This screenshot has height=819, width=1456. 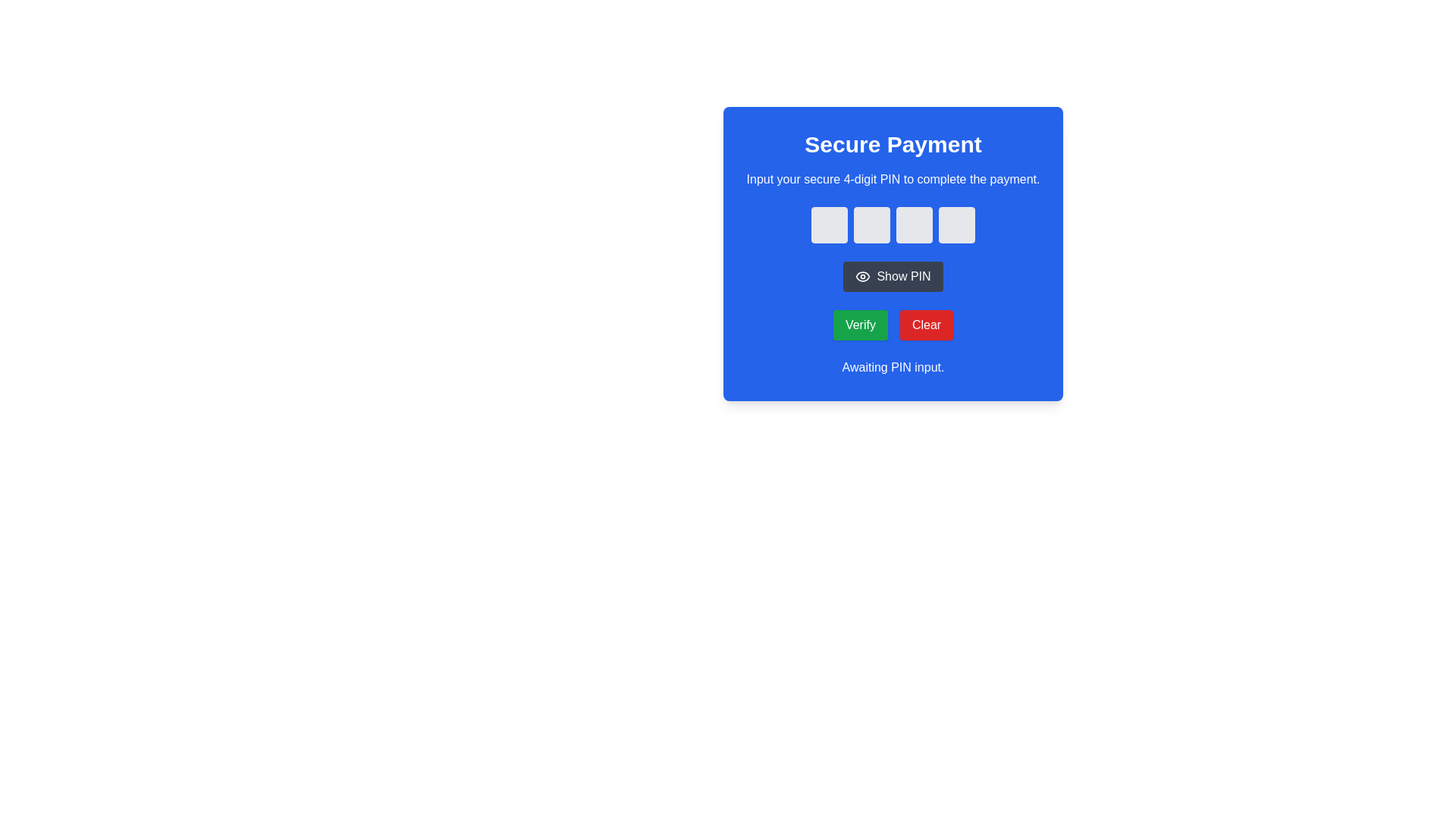 I want to click on the eye icon located to the left of the 'Show PIN' text within the PIN entry button, so click(x=863, y=277).